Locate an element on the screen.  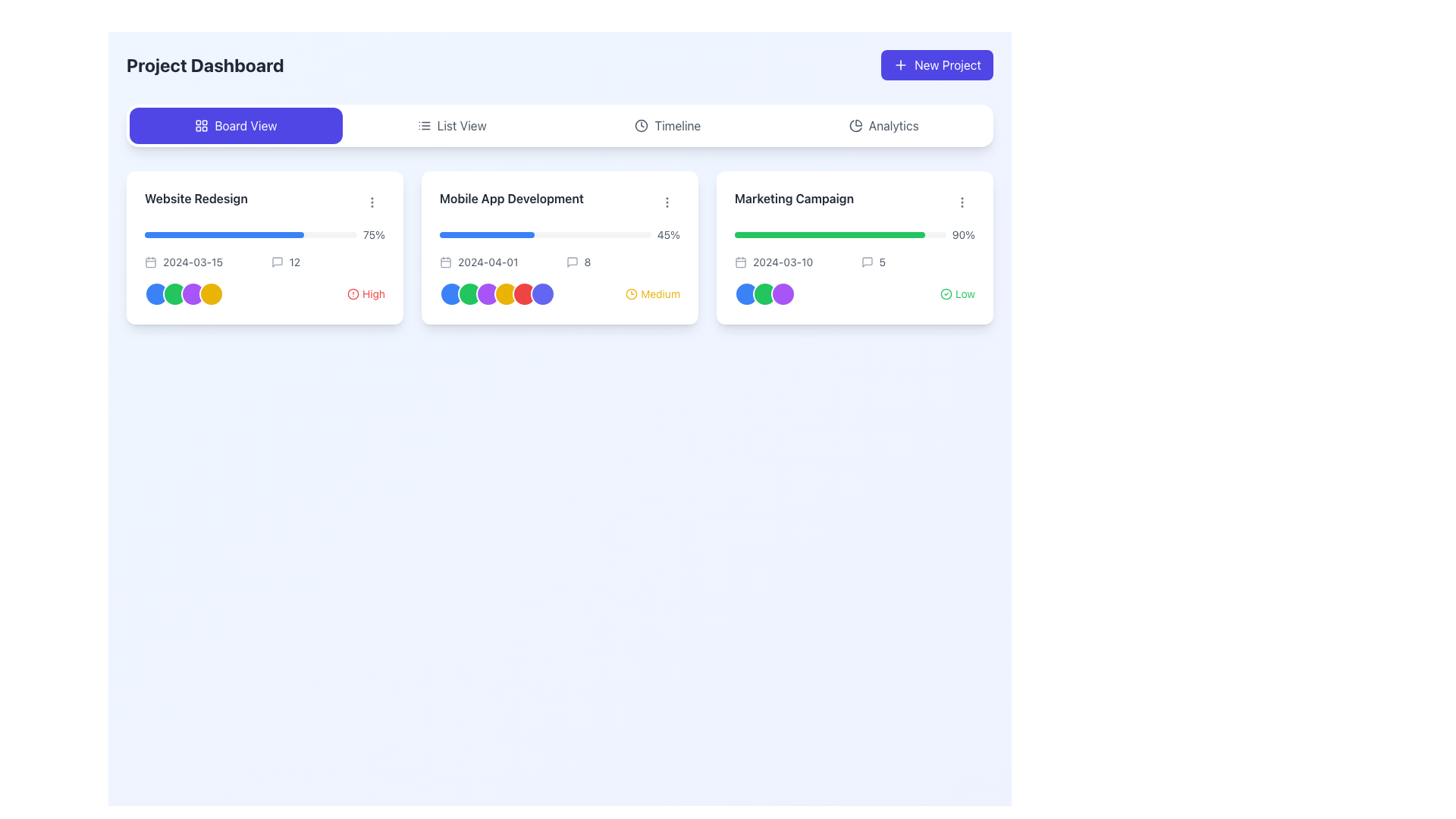
the static text element indicating the due date '2024-03-10' in the fourth column of the third card in the 'Marketing Campaign' section of the dashboard is located at coordinates (791, 262).